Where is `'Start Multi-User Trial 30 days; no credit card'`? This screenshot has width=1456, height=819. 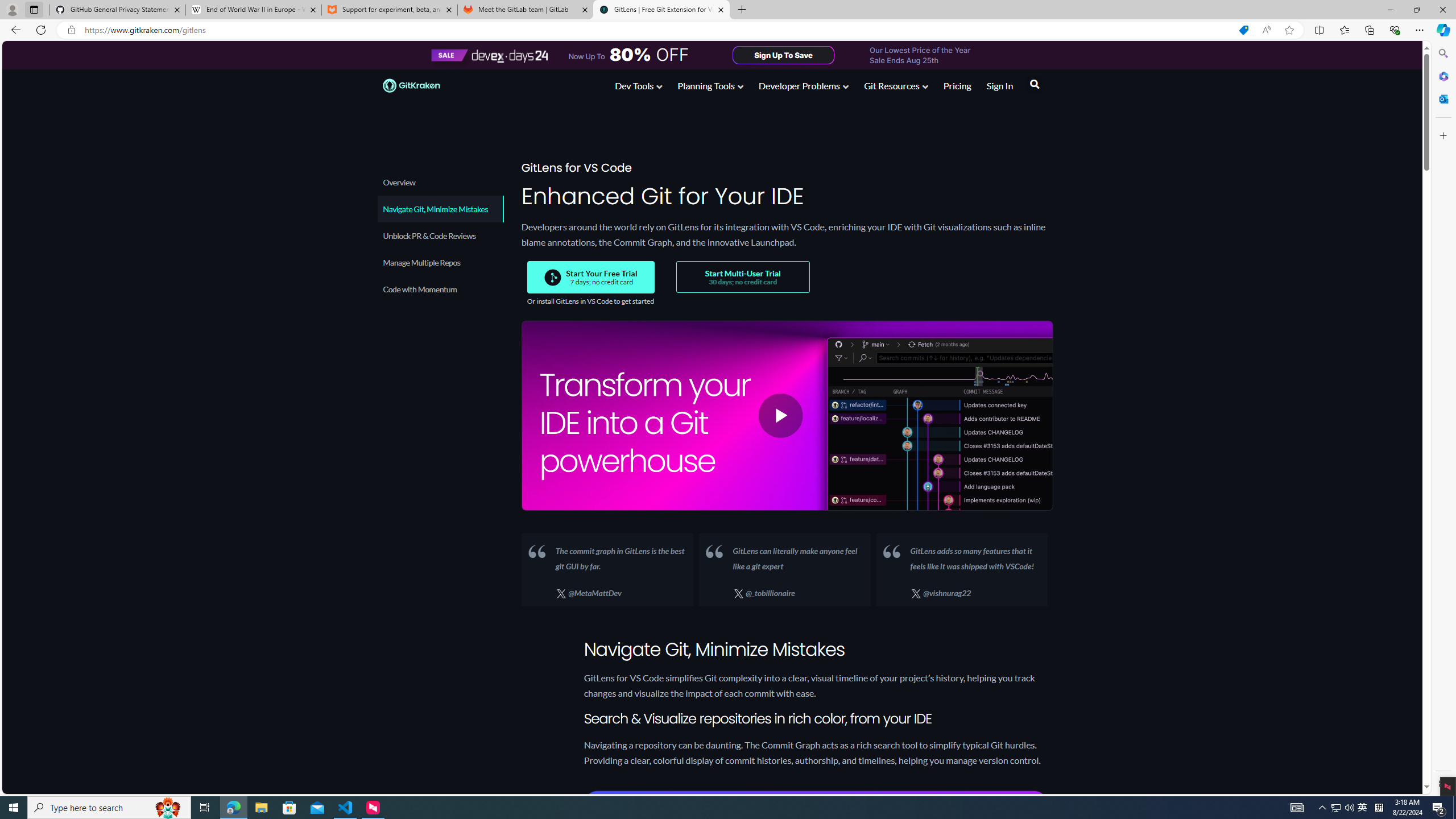 'Start Multi-User Trial 30 days; no credit card' is located at coordinates (742, 276).